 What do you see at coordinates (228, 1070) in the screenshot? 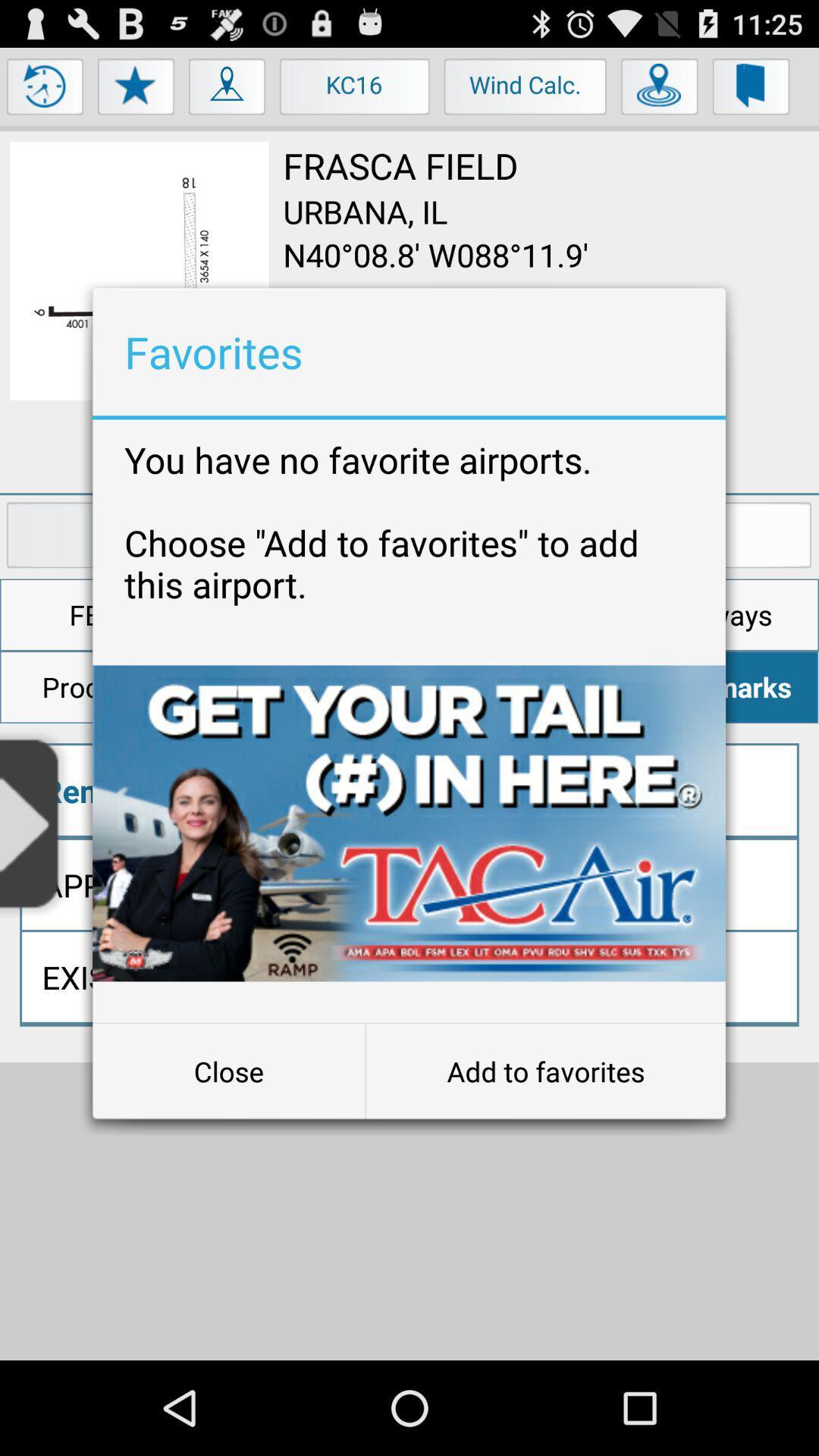
I see `close item` at bounding box center [228, 1070].